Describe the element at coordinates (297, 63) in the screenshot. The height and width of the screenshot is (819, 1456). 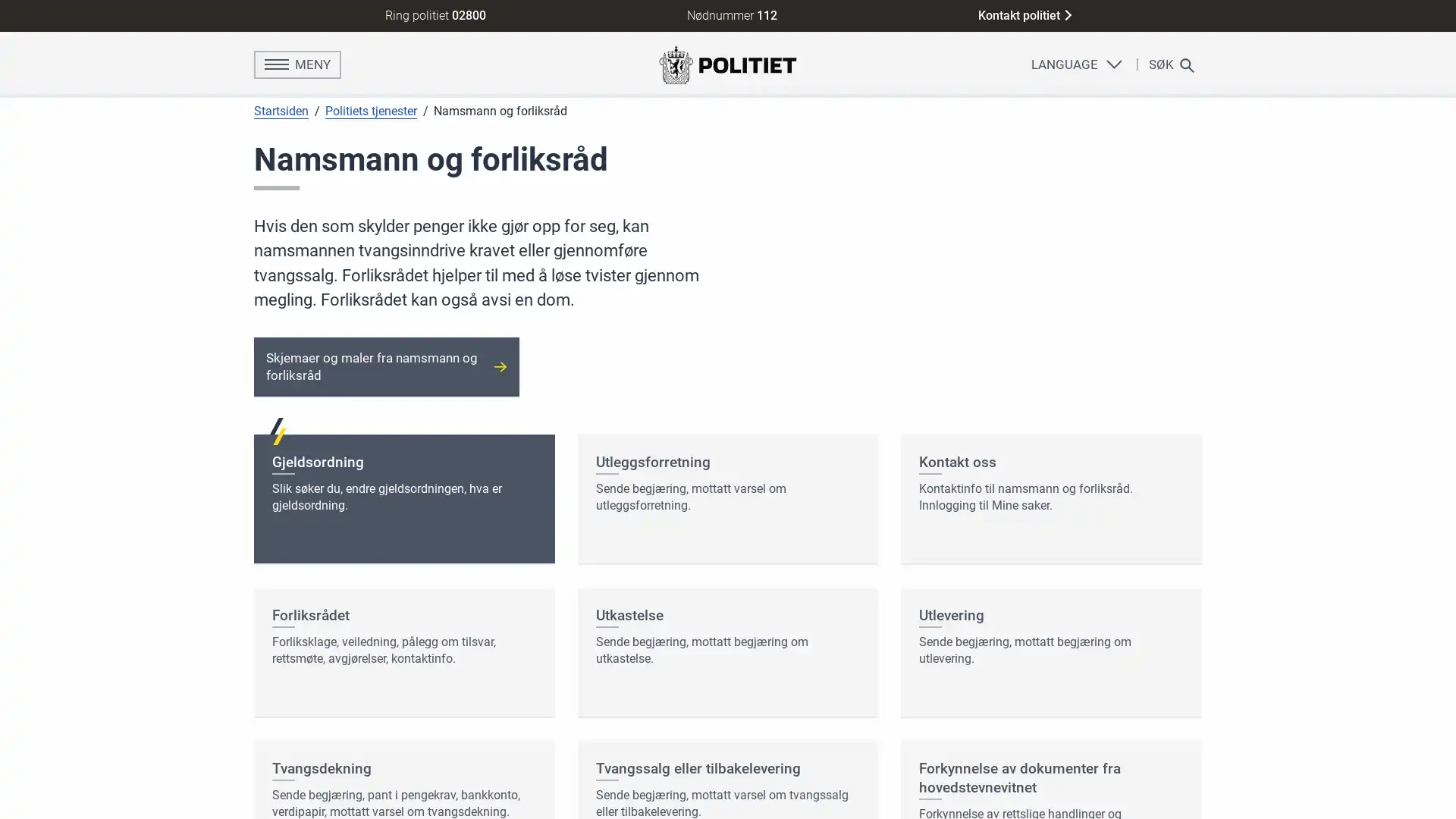
I see `MENY` at that location.